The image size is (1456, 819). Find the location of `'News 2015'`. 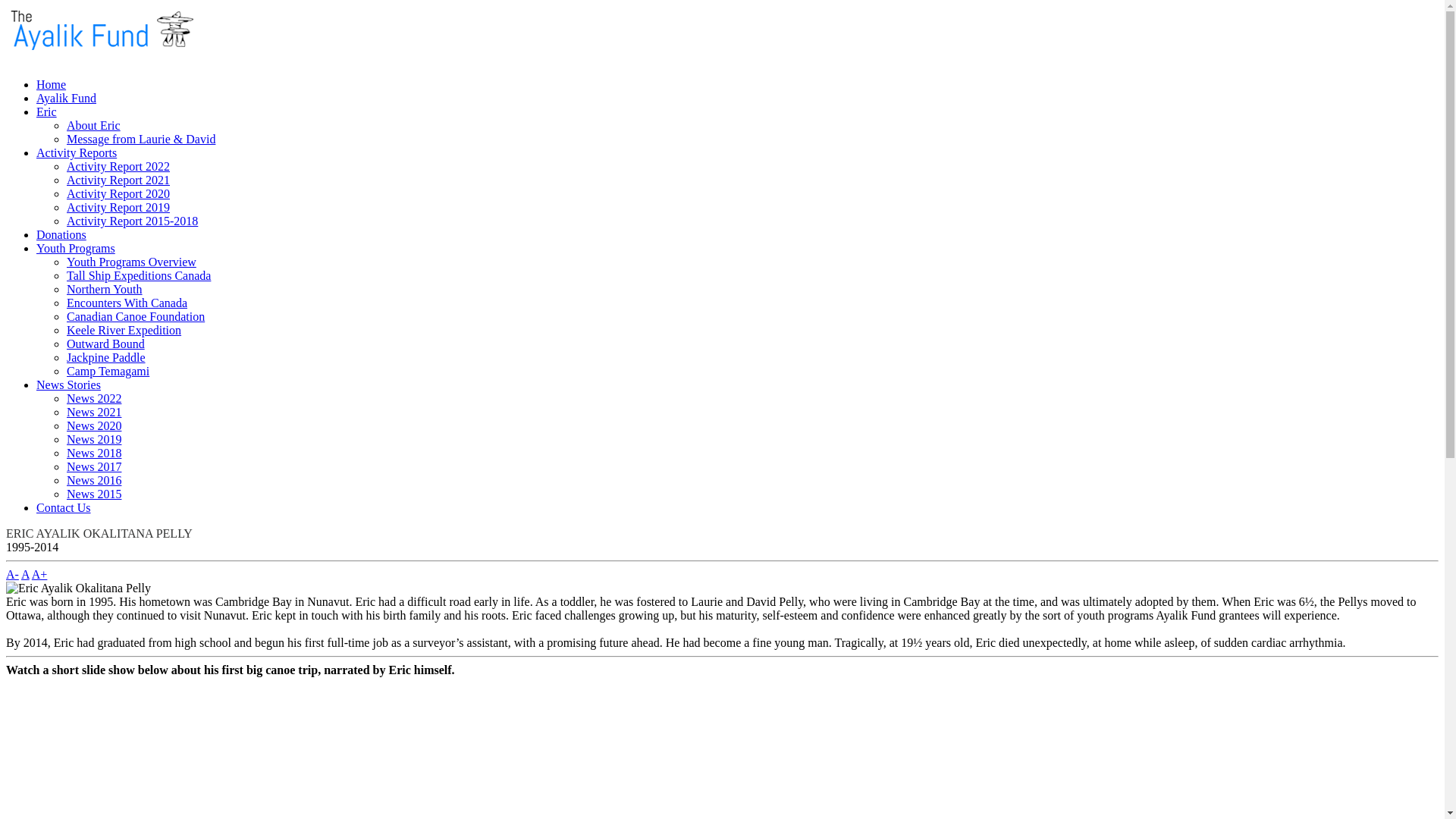

'News 2015' is located at coordinates (65, 494).